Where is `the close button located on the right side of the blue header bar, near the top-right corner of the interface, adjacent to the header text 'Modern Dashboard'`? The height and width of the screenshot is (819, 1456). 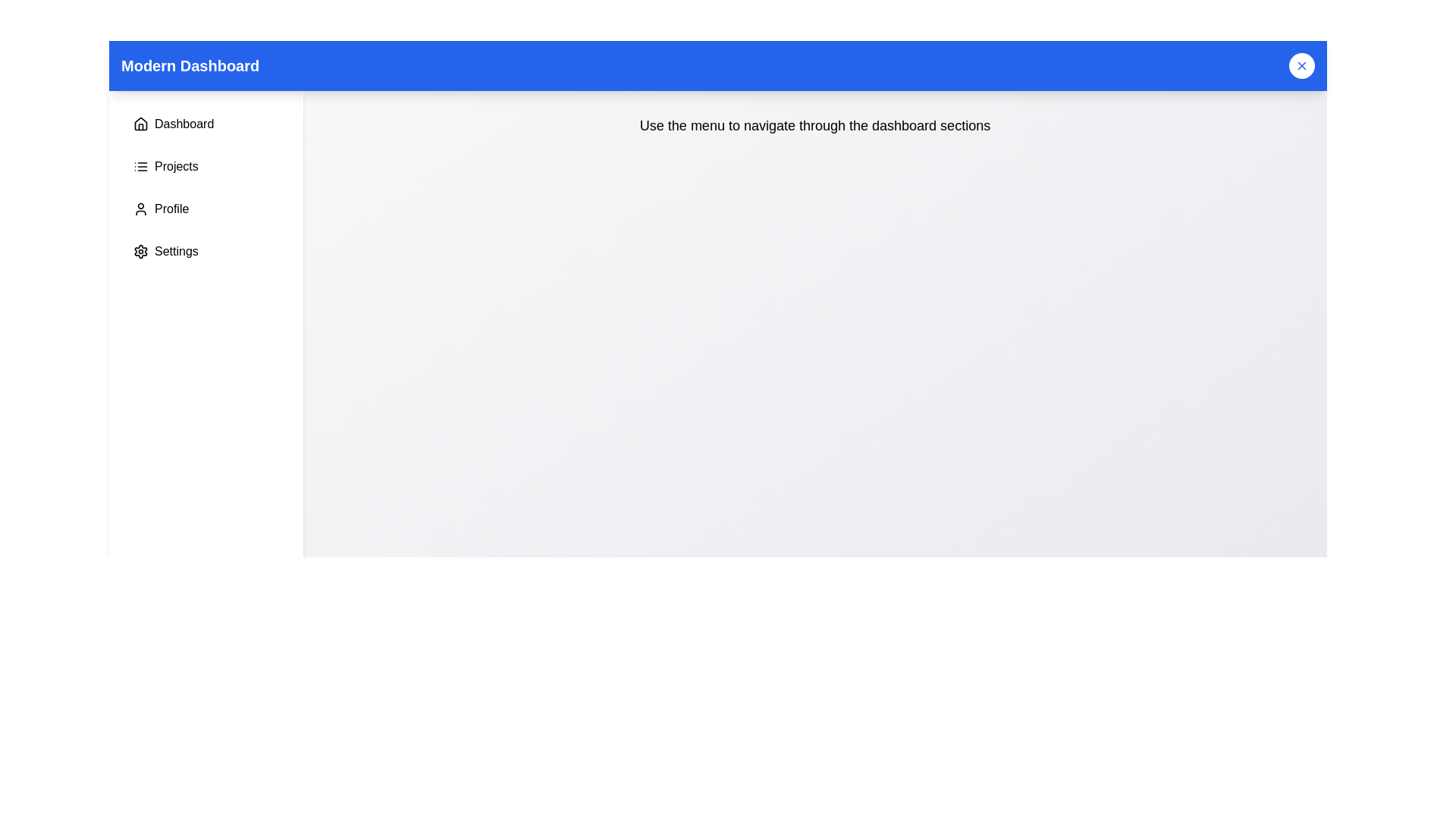 the close button located on the right side of the blue header bar, near the top-right corner of the interface, adjacent to the header text 'Modern Dashboard' is located at coordinates (1301, 65).